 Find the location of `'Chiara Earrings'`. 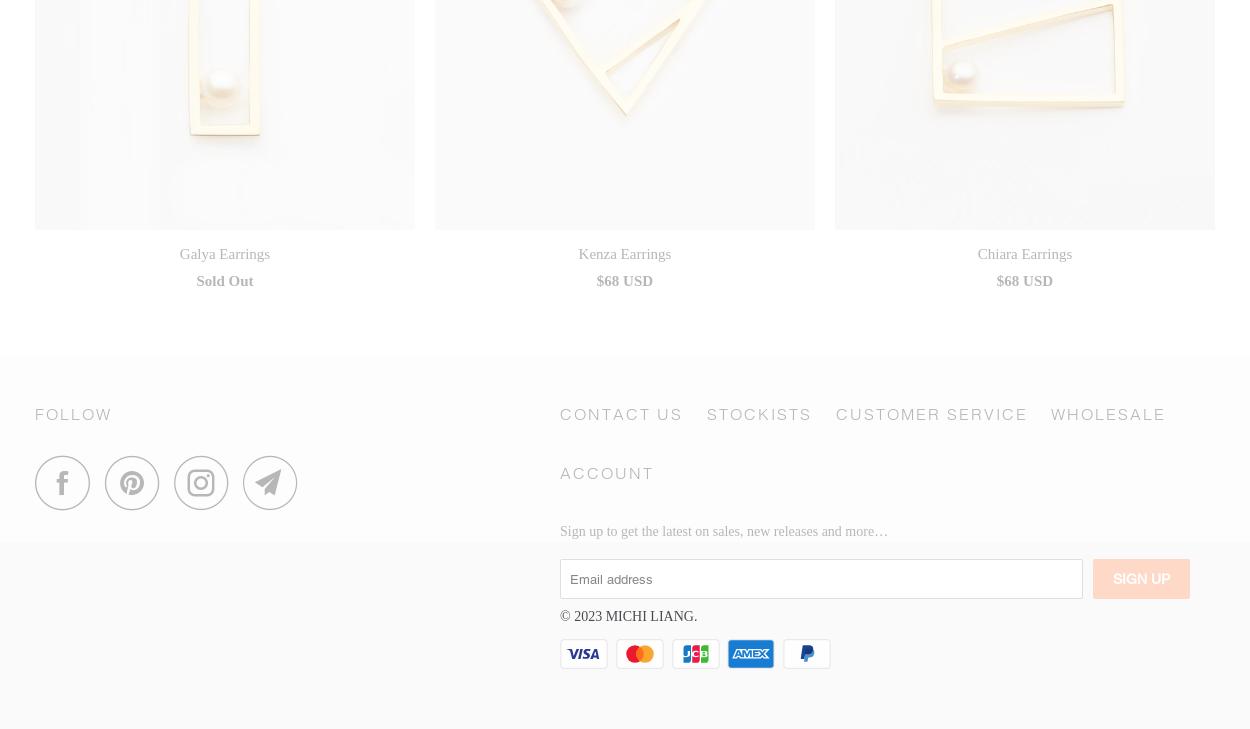

'Chiara Earrings' is located at coordinates (1024, 252).